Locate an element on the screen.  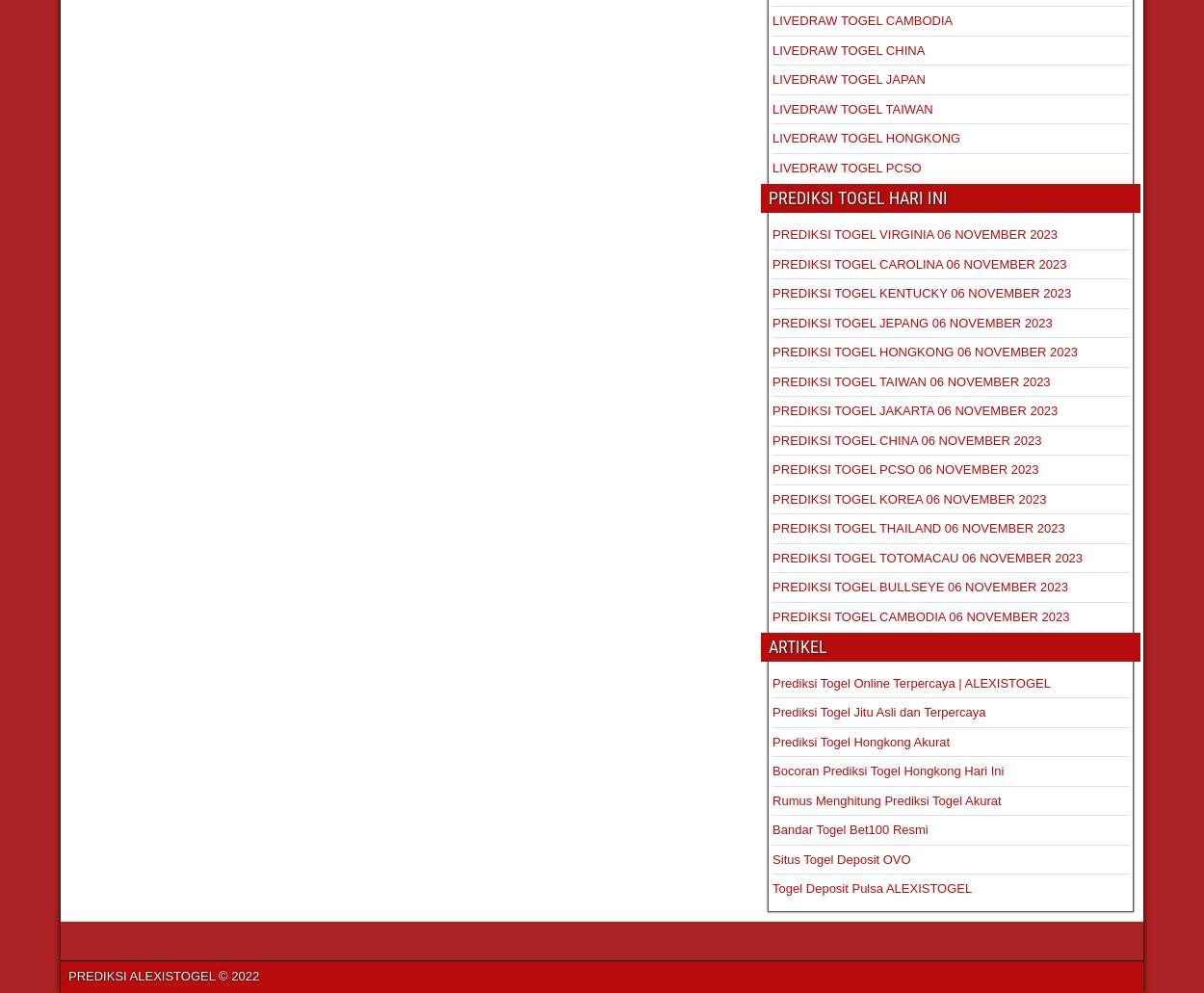
'Situs Togel Deposit OVO' is located at coordinates (840, 858).